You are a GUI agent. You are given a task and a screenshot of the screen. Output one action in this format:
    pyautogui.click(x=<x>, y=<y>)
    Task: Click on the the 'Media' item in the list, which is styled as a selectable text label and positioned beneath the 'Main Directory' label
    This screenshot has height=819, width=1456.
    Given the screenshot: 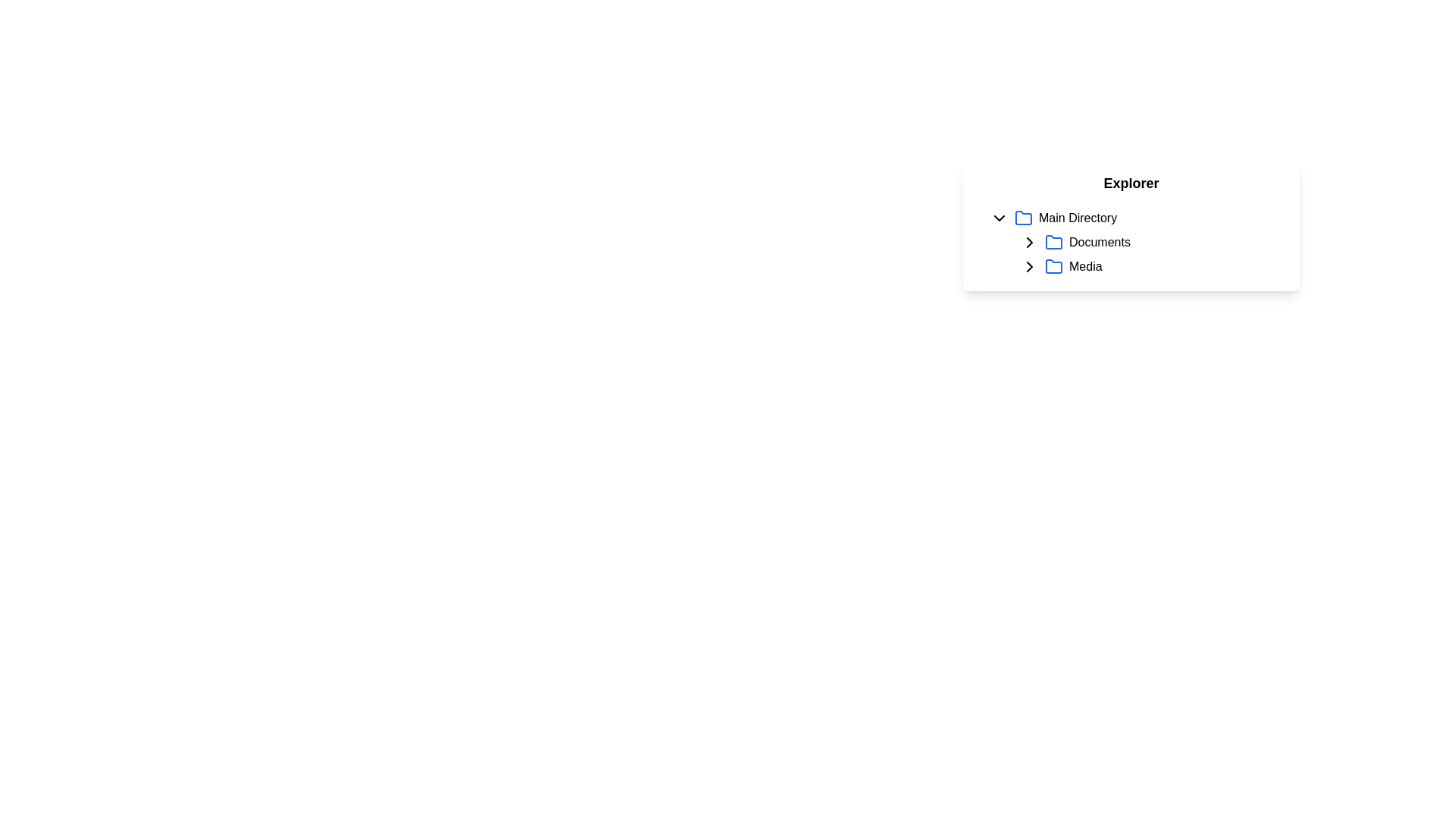 What is the action you would take?
    pyautogui.click(x=1147, y=253)
    